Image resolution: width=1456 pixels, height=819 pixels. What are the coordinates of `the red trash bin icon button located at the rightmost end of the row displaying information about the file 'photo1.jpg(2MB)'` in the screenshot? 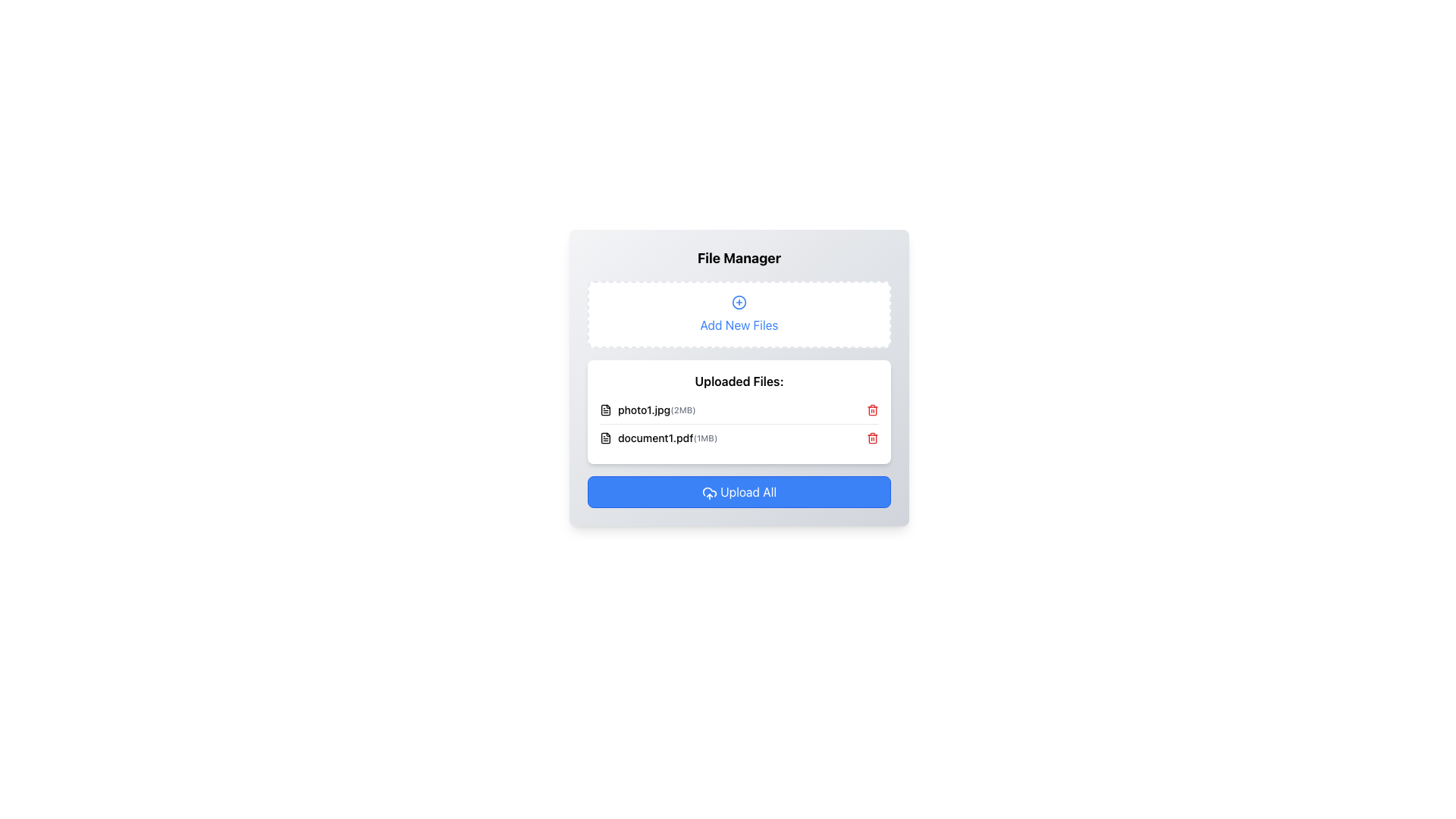 It's located at (873, 409).